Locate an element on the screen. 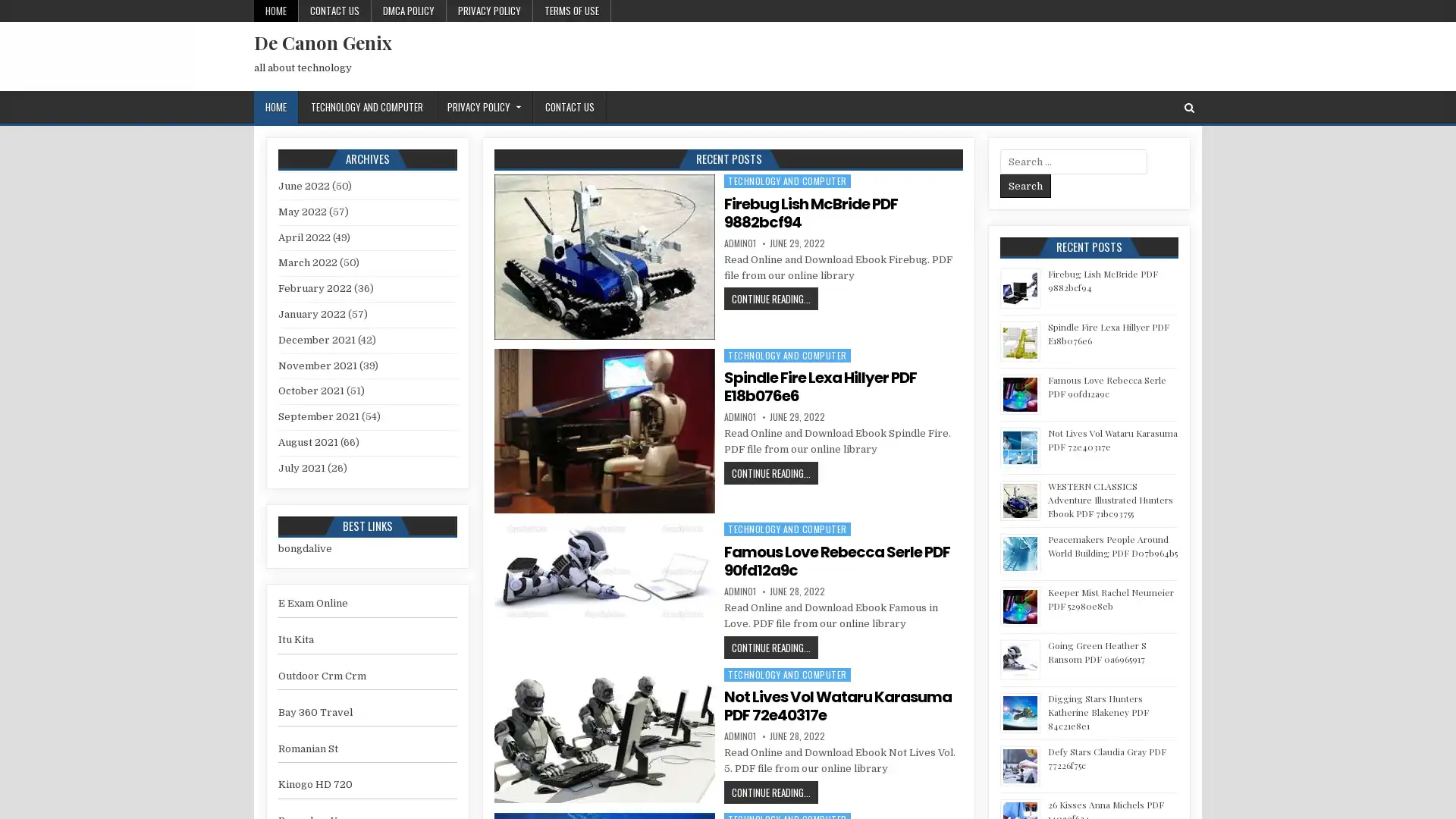 The width and height of the screenshot is (1456, 819). Search is located at coordinates (1025, 185).